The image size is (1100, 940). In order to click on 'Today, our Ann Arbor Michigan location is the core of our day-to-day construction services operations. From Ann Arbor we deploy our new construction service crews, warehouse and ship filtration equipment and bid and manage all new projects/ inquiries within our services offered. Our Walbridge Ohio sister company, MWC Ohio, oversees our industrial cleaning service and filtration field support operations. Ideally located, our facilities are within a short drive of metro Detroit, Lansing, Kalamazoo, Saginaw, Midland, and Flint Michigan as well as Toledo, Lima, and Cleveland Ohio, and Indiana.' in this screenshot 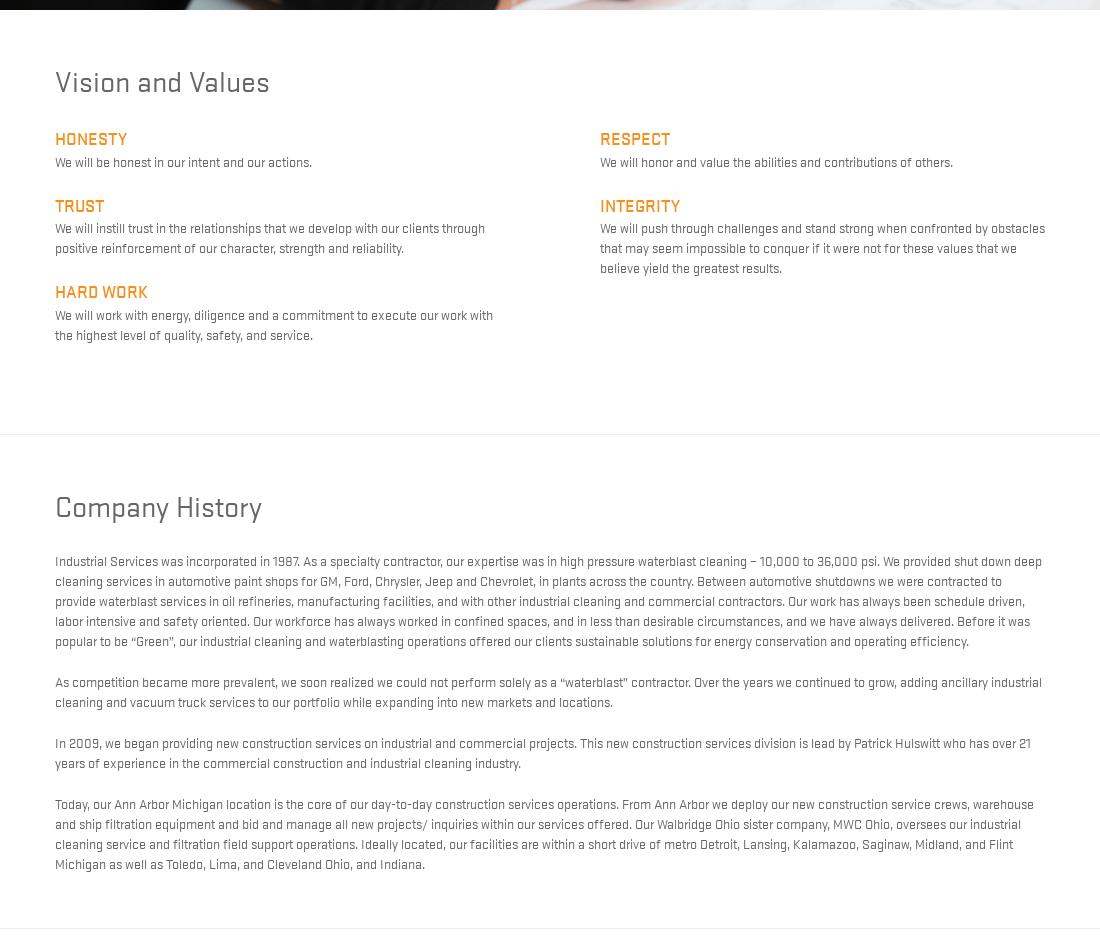, I will do `click(544, 832)`.